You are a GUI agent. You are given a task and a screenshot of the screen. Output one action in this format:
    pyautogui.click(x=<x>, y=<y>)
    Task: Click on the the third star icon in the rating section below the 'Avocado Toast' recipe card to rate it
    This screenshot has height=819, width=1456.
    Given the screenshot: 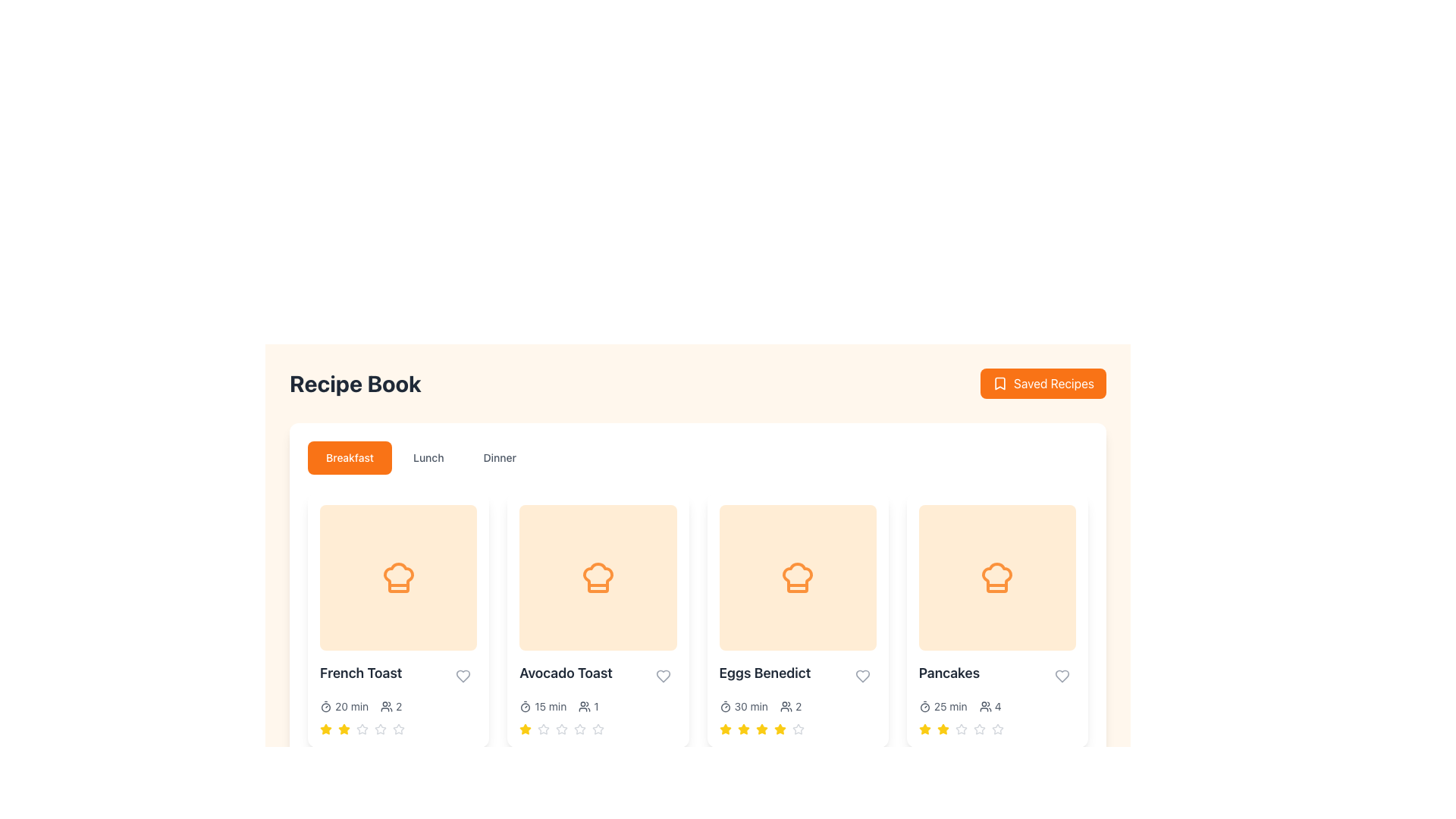 What is the action you would take?
    pyautogui.click(x=579, y=728)
    